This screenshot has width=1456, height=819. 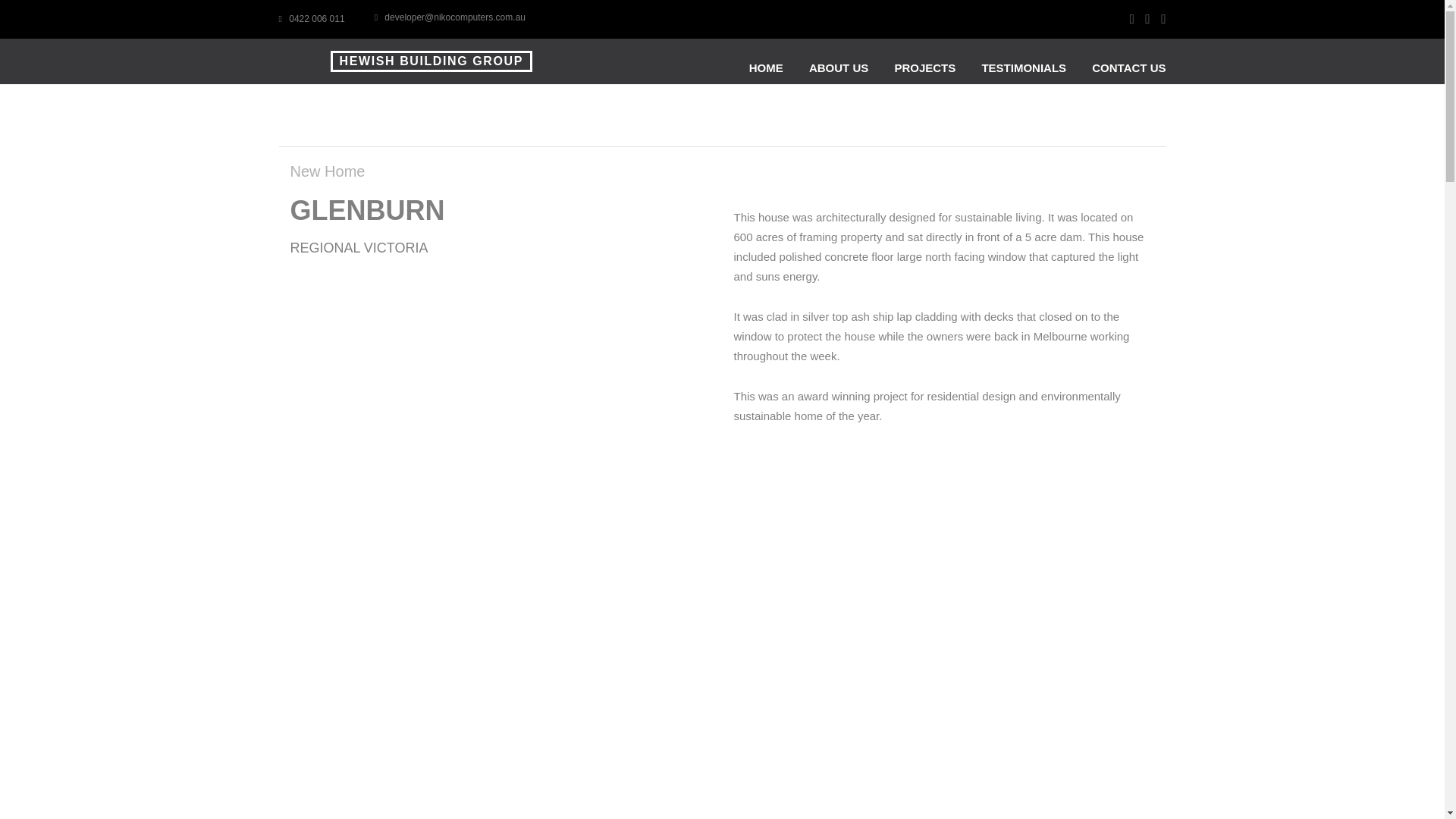 I want to click on 'ABOUT US', so click(x=808, y=67).